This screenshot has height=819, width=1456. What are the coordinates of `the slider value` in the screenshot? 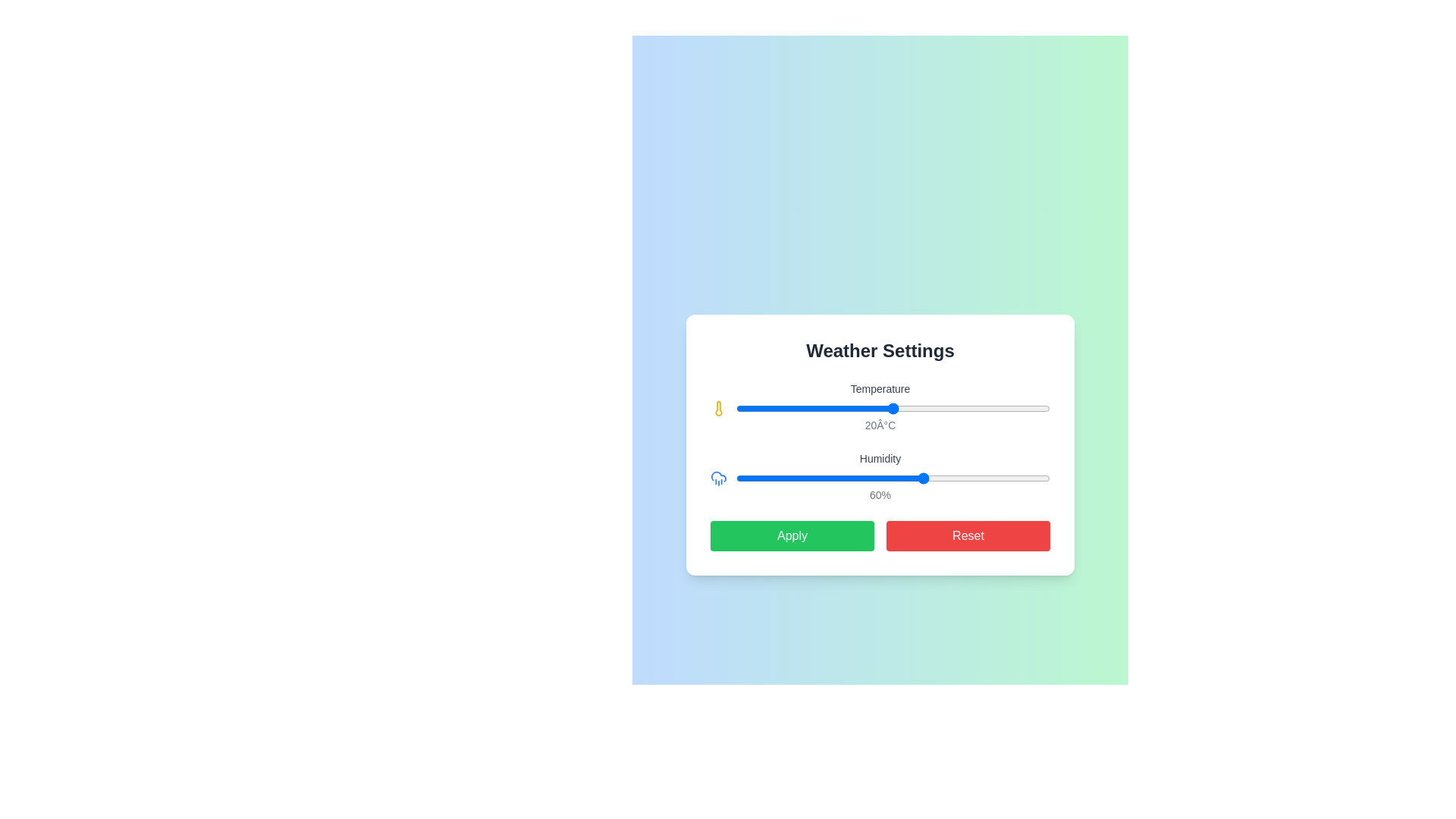 It's located at (773, 479).